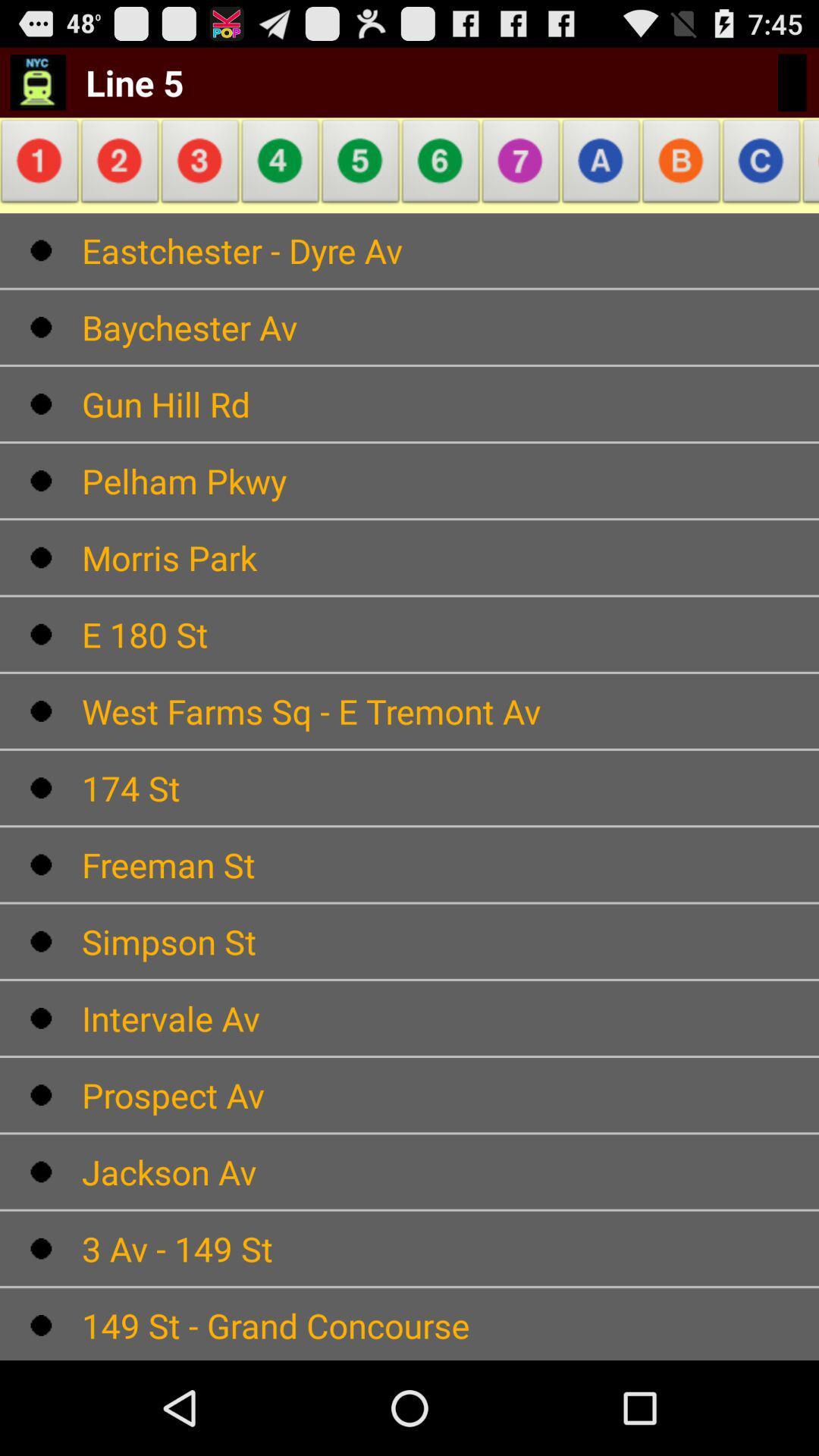 This screenshot has width=819, height=1456. I want to click on the alphabet which is to the first left of c, so click(680, 165).